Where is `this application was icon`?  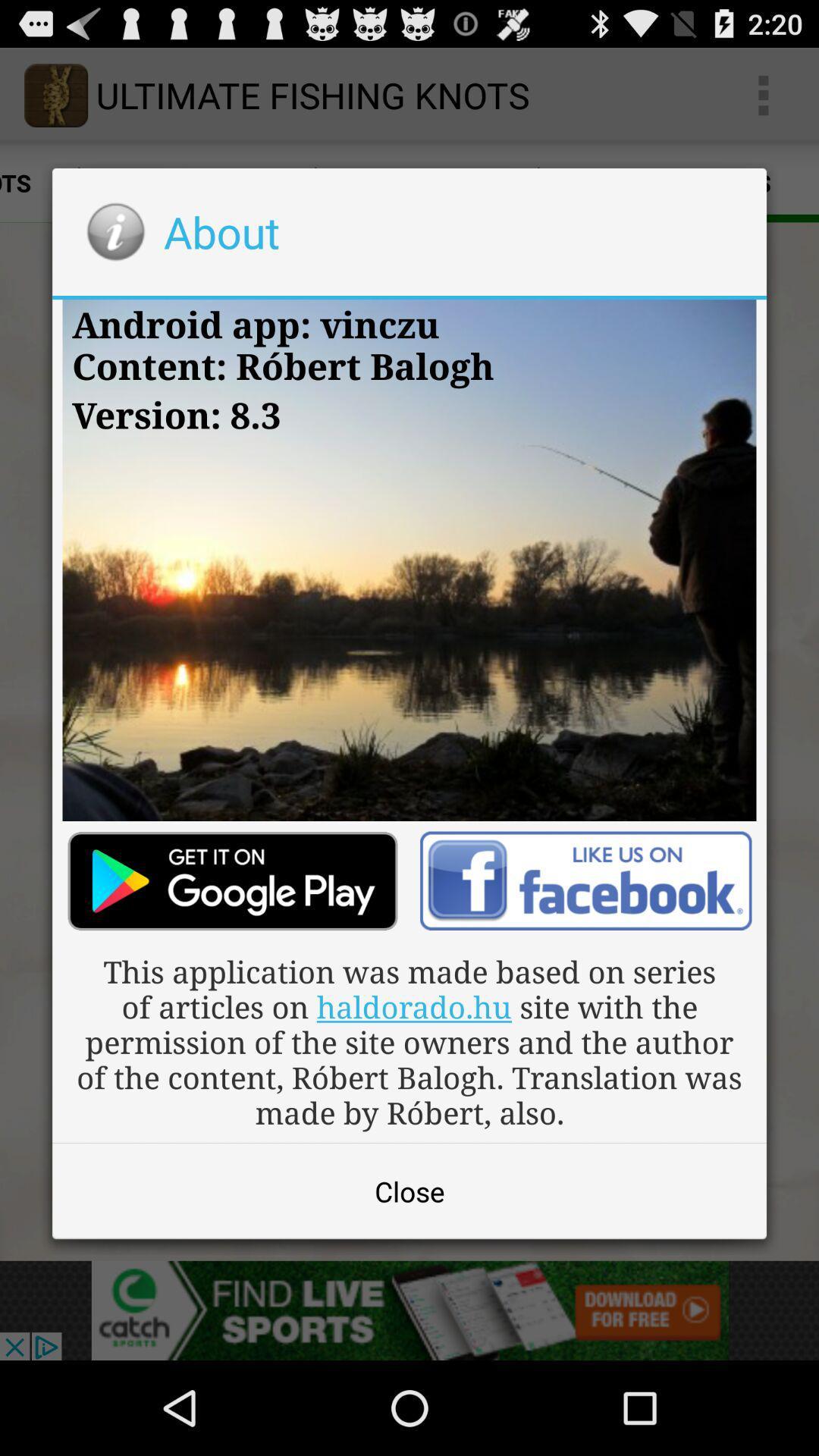
this application was icon is located at coordinates (409, 1040).